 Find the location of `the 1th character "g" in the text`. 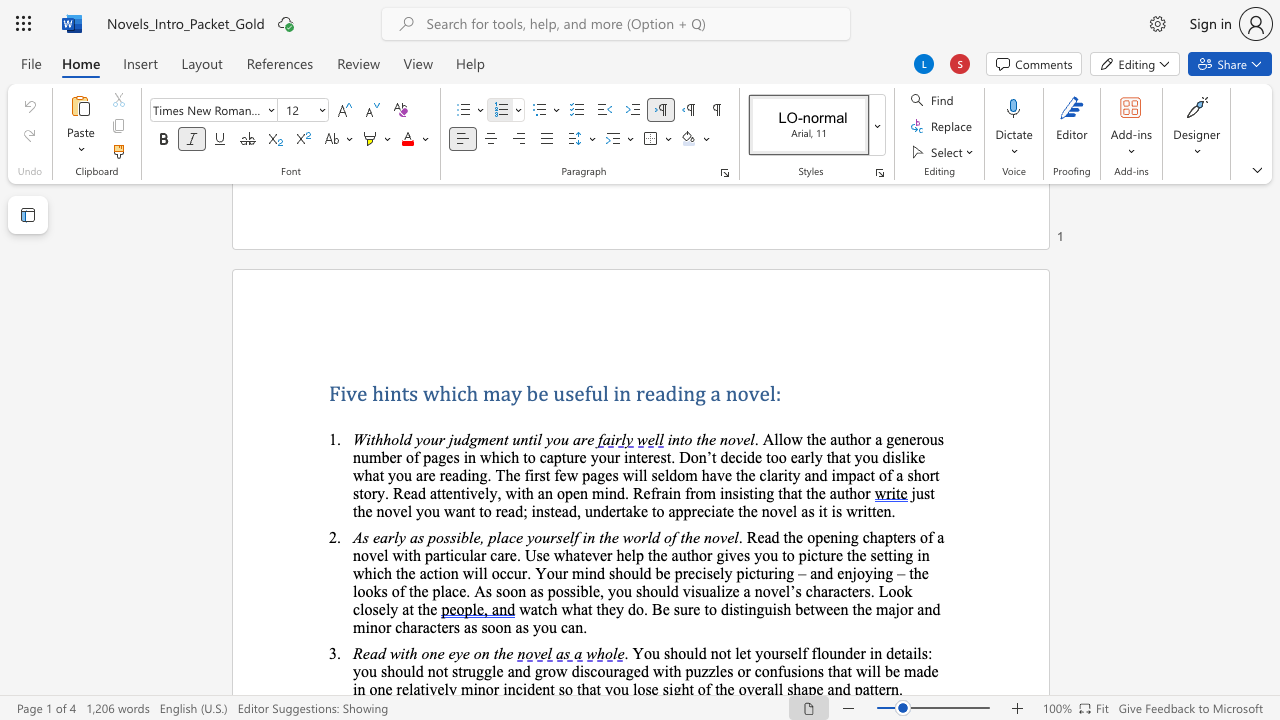

the 1th character "g" in the text is located at coordinates (700, 393).